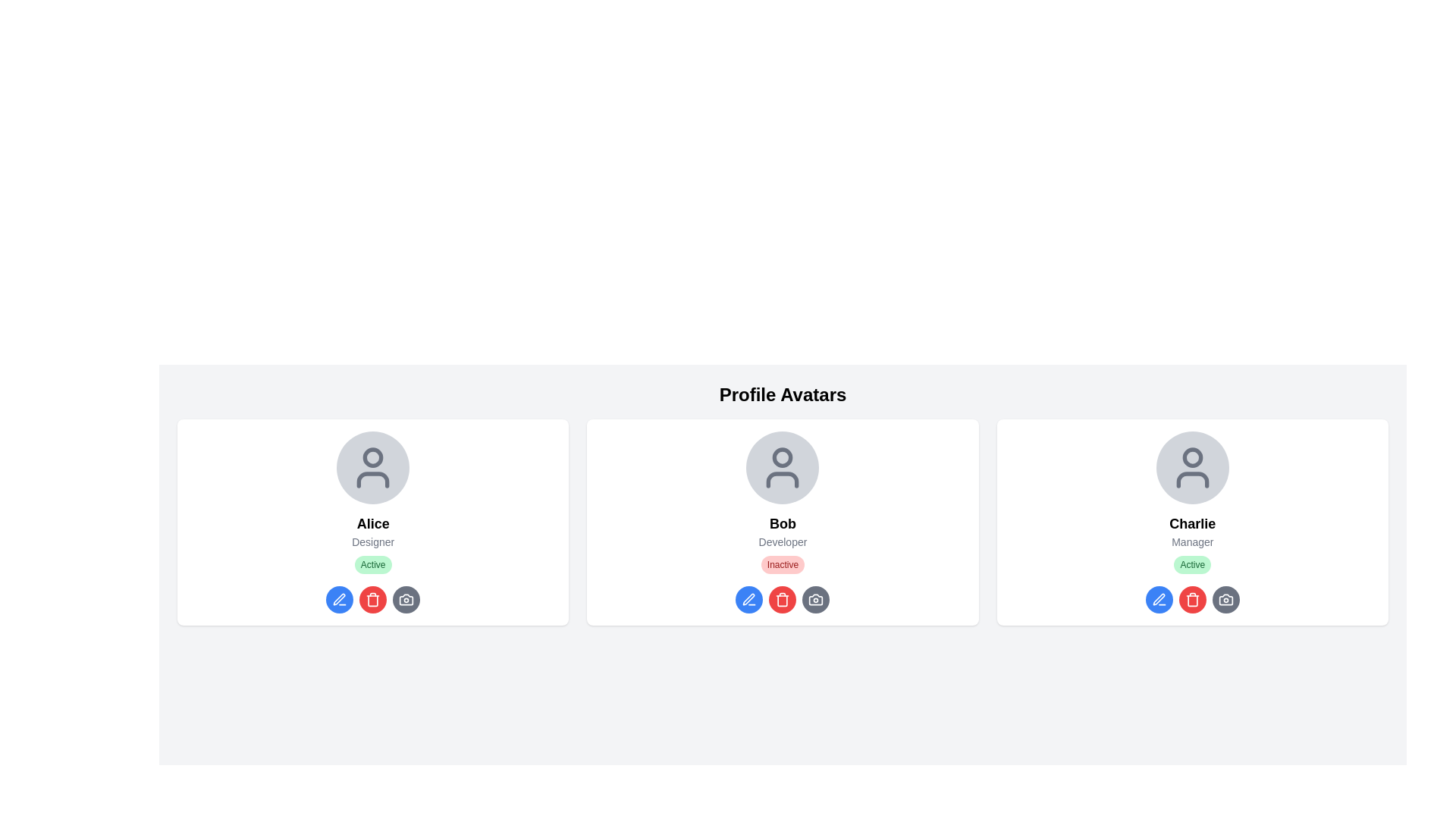 Image resolution: width=1456 pixels, height=819 pixels. What do you see at coordinates (1191, 522) in the screenshot?
I see `name 'Charlie' displayed in bold text within the user profile card, located below the avatar and above the role description and status label` at bounding box center [1191, 522].